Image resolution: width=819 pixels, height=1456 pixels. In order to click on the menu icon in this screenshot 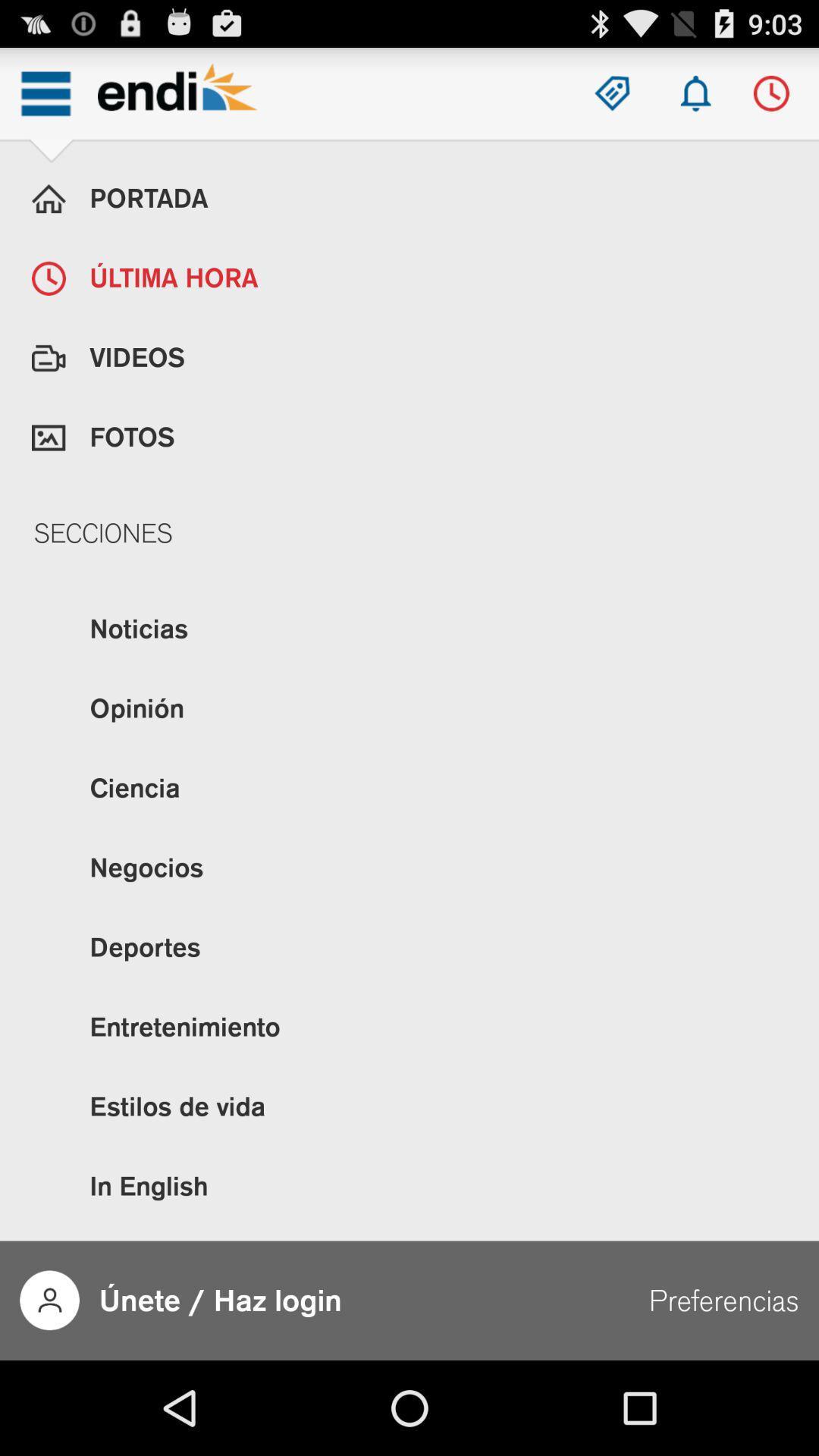, I will do `click(45, 99)`.